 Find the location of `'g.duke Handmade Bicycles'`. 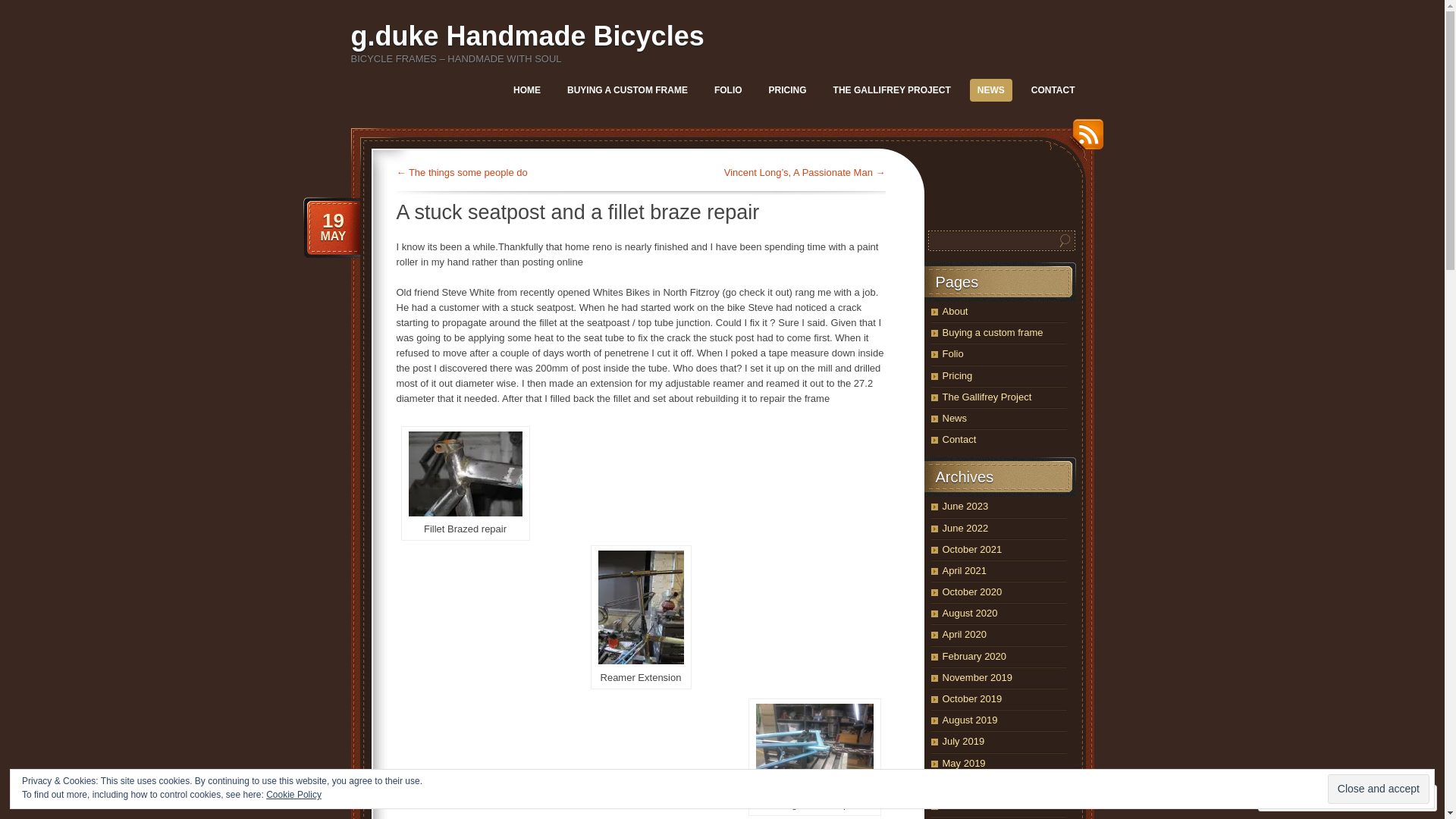

'g.duke Handmade Bicycles' is located at coordinates (527, 35).